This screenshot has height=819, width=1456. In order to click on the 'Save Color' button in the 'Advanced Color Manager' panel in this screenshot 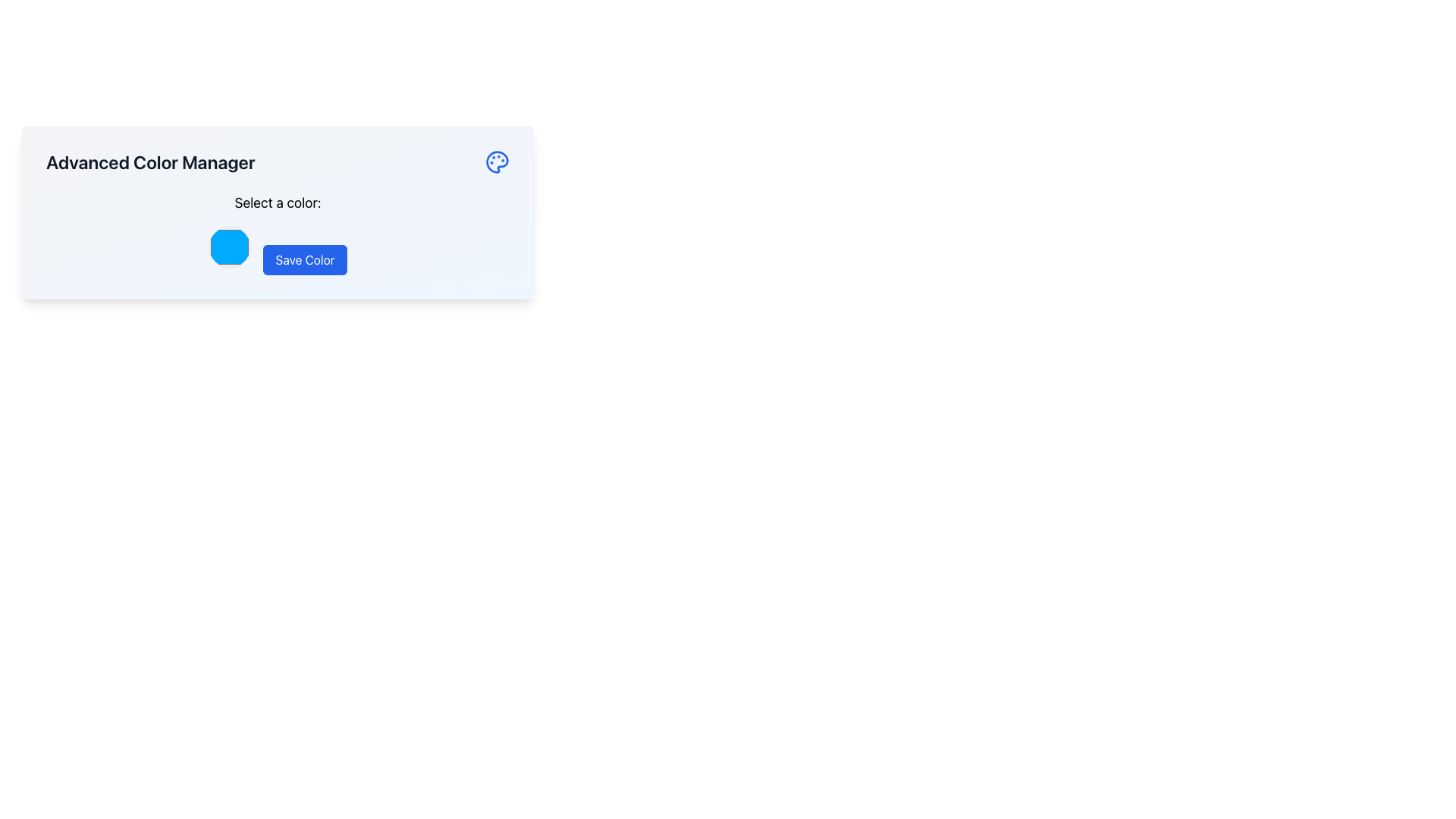, I will do `click(278, 234)`.